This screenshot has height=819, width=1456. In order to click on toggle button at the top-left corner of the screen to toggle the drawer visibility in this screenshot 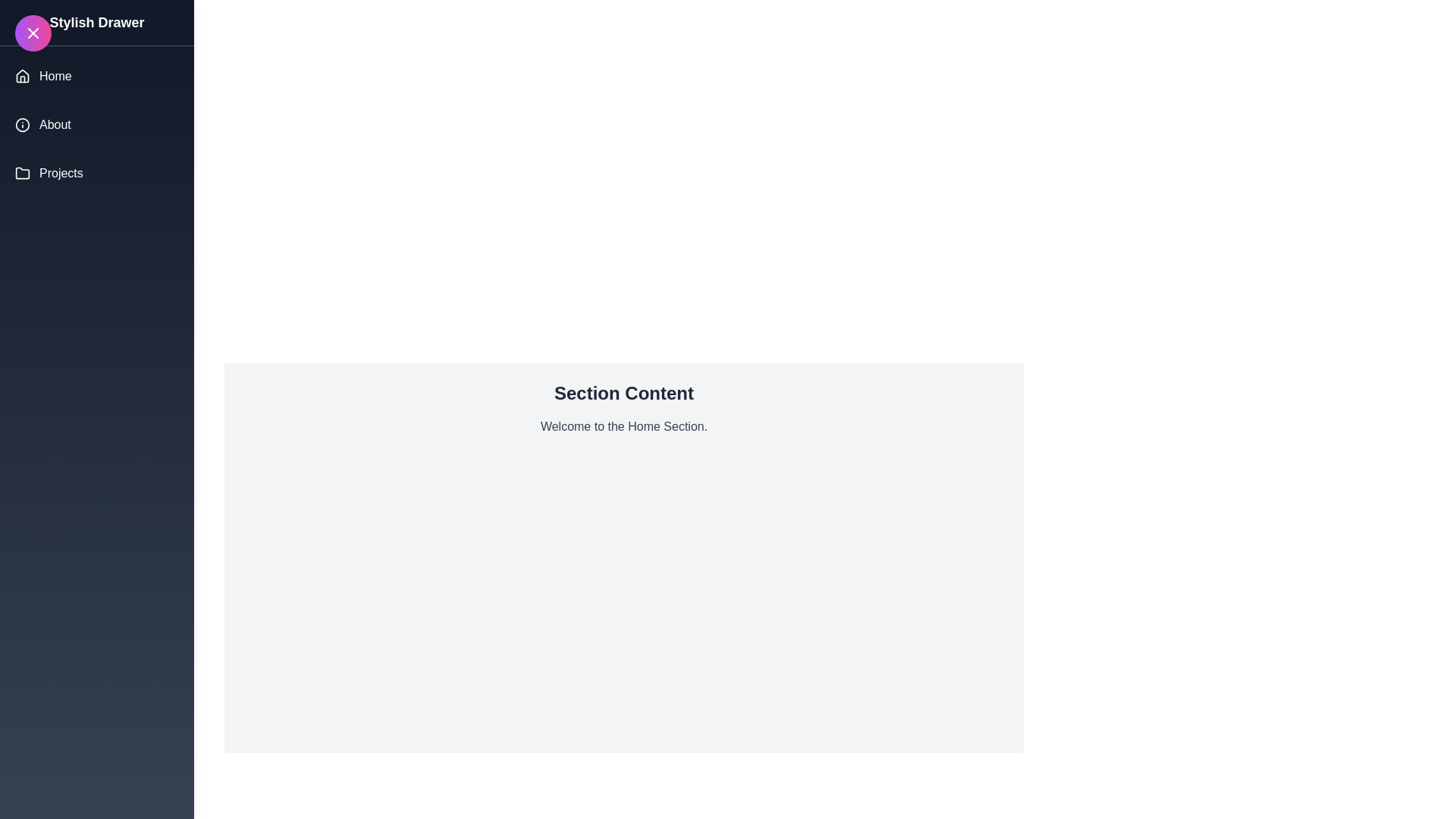, I will do `click(33, 33)`.